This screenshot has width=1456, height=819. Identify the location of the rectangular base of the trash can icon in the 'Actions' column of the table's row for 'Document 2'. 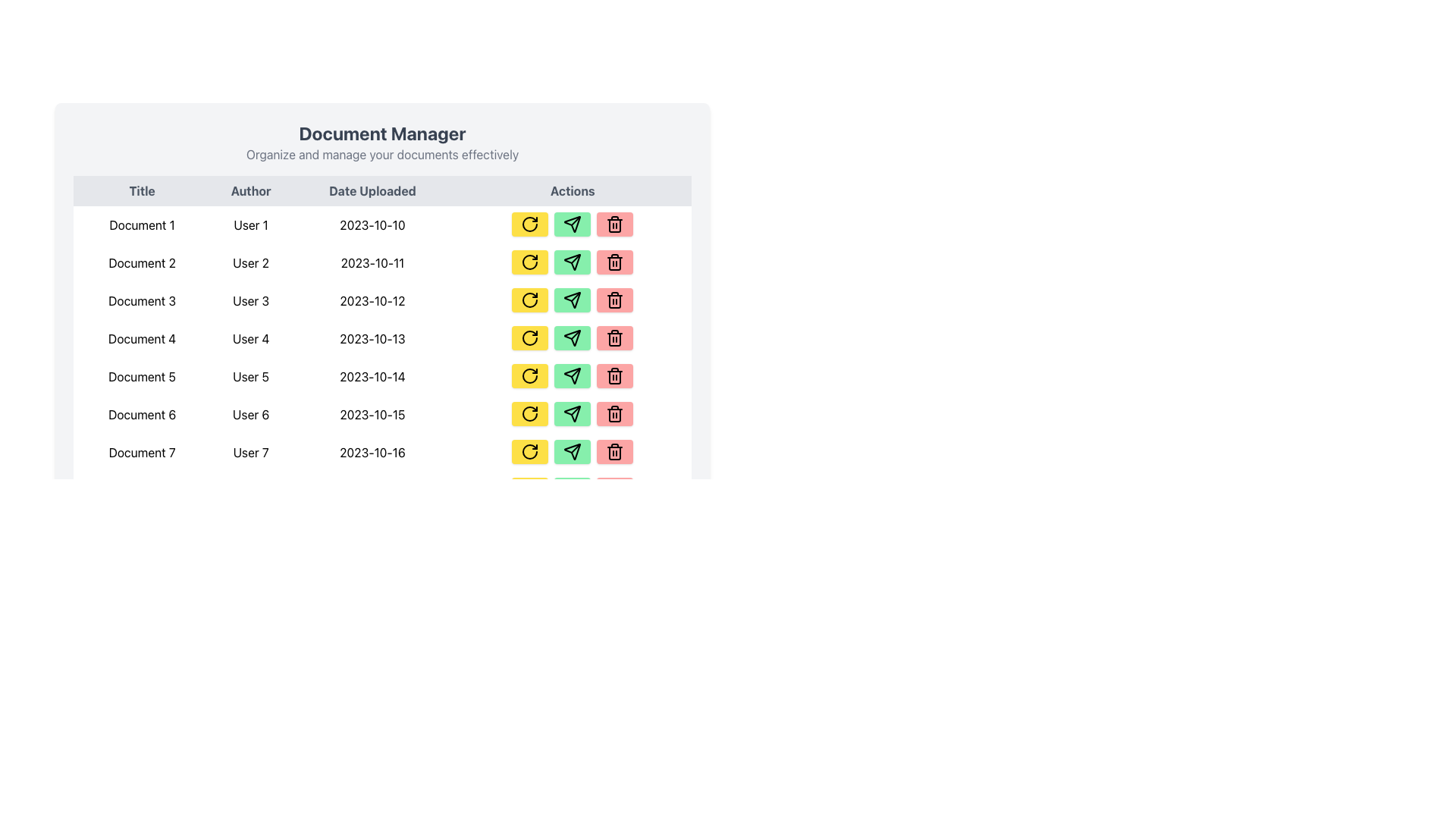
(615, 376).